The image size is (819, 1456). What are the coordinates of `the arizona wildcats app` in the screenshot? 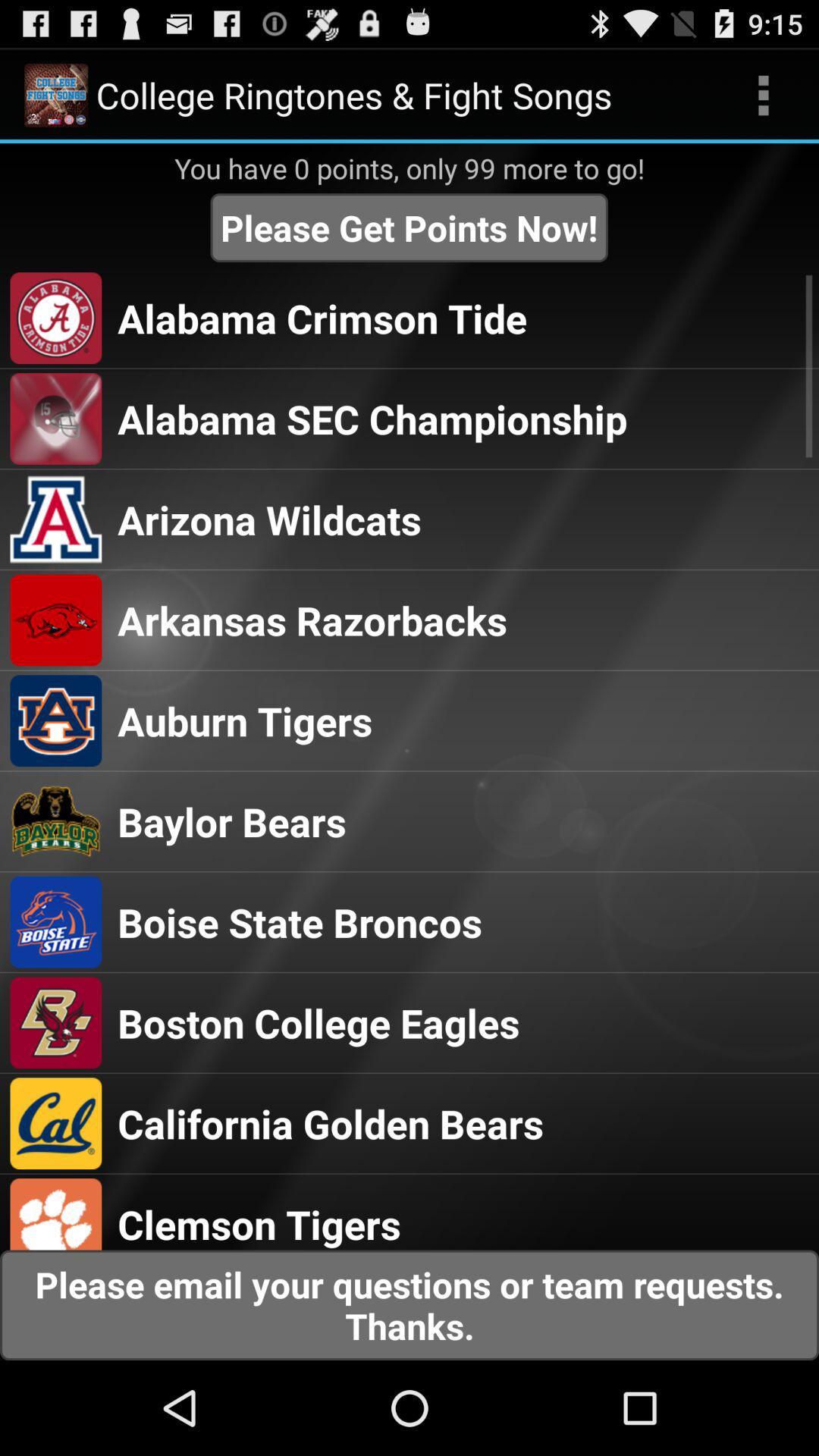 It's located at (268, 519).